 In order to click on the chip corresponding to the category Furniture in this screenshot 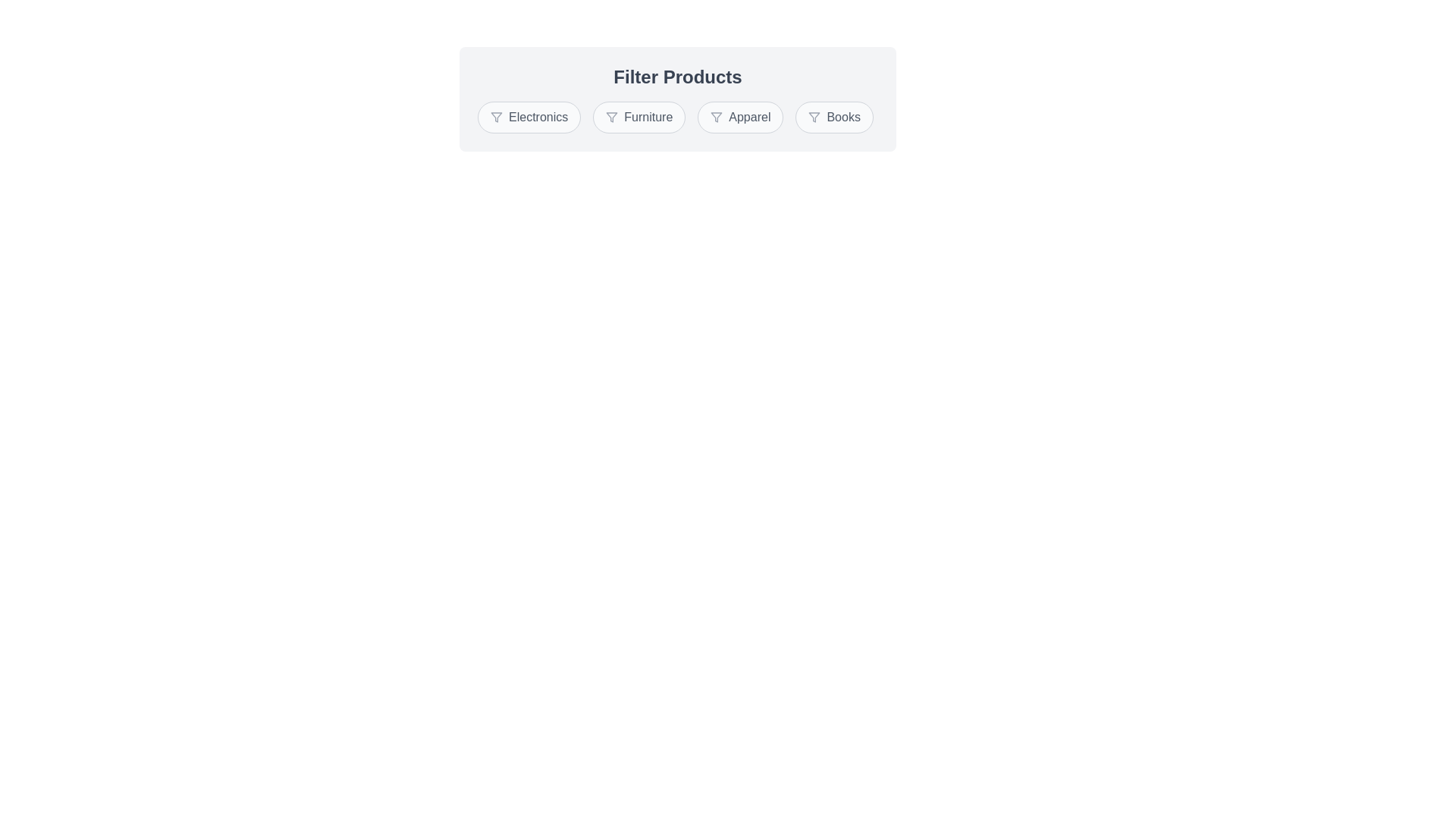, I will do `click(639, 116)`.